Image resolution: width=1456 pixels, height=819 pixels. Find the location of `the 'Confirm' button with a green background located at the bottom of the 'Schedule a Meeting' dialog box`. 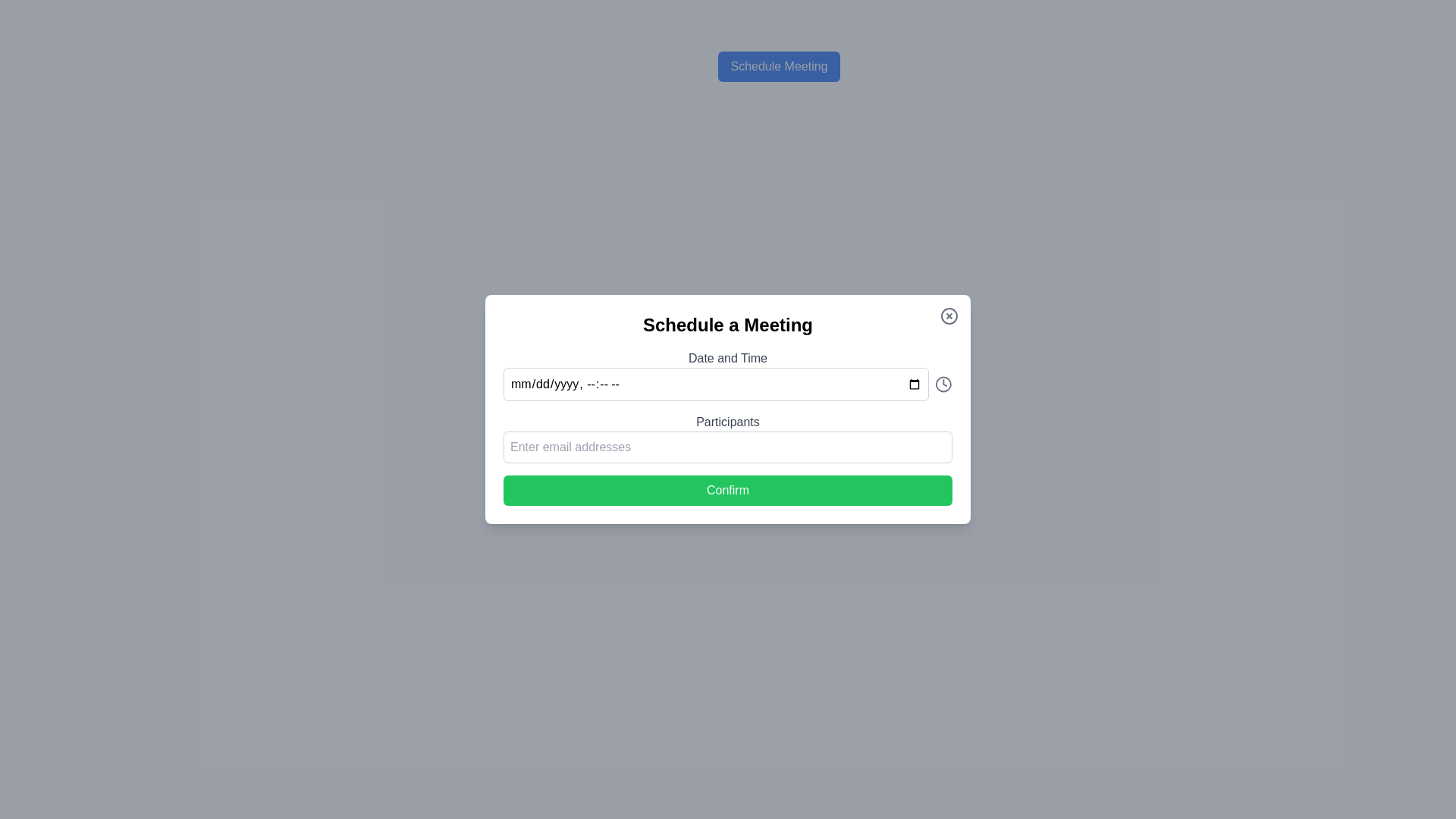

the 'Confirm' button with a green background located at the bottom of the 'Schedule a Meeting' dialog box is located at coordinates (728, 491).